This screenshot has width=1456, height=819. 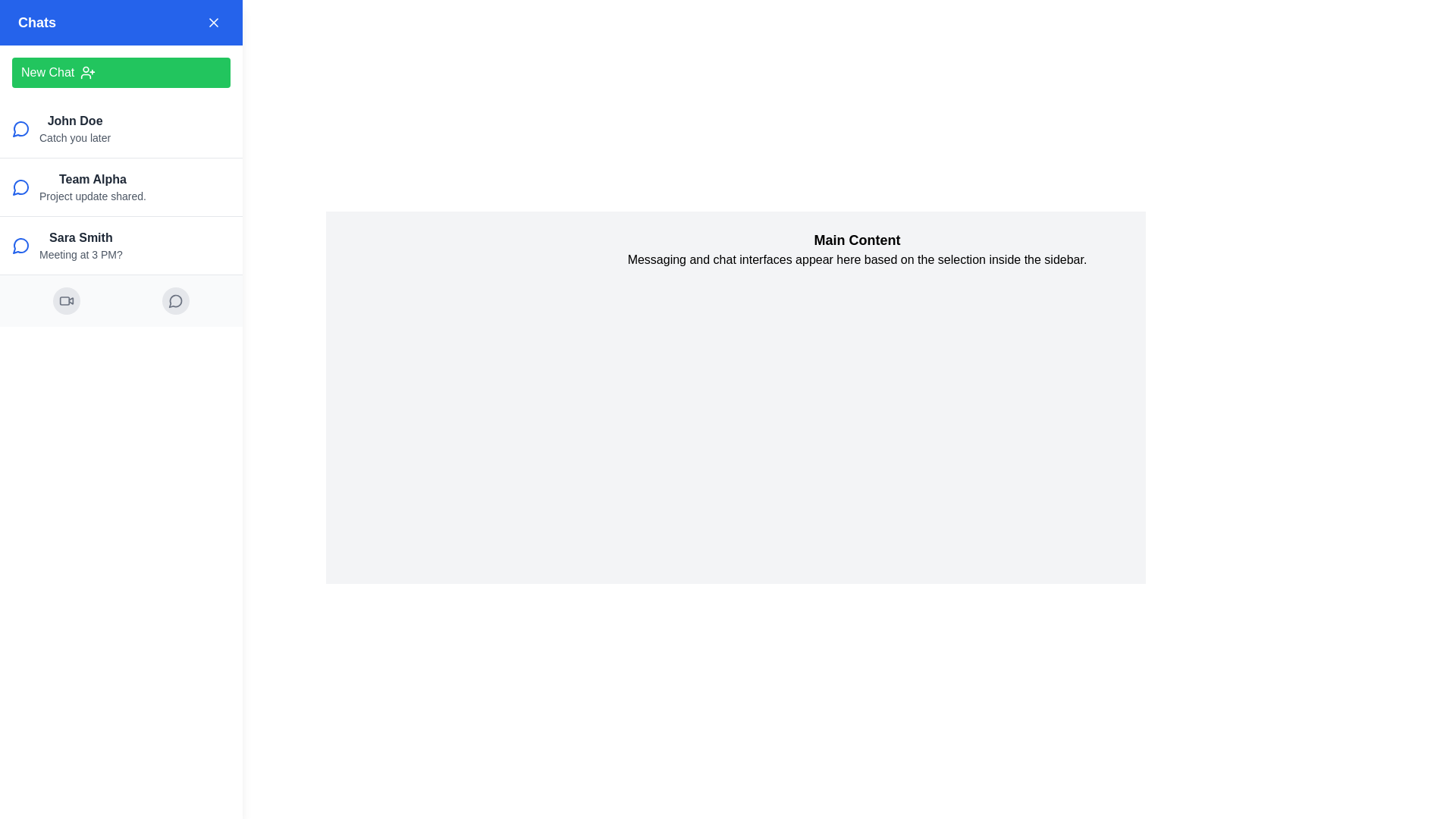 What do you see at coordinates (120, 186) in the screenshot?
I see `the 'Team Alpha' chat item` at bounding box center [120, 186].